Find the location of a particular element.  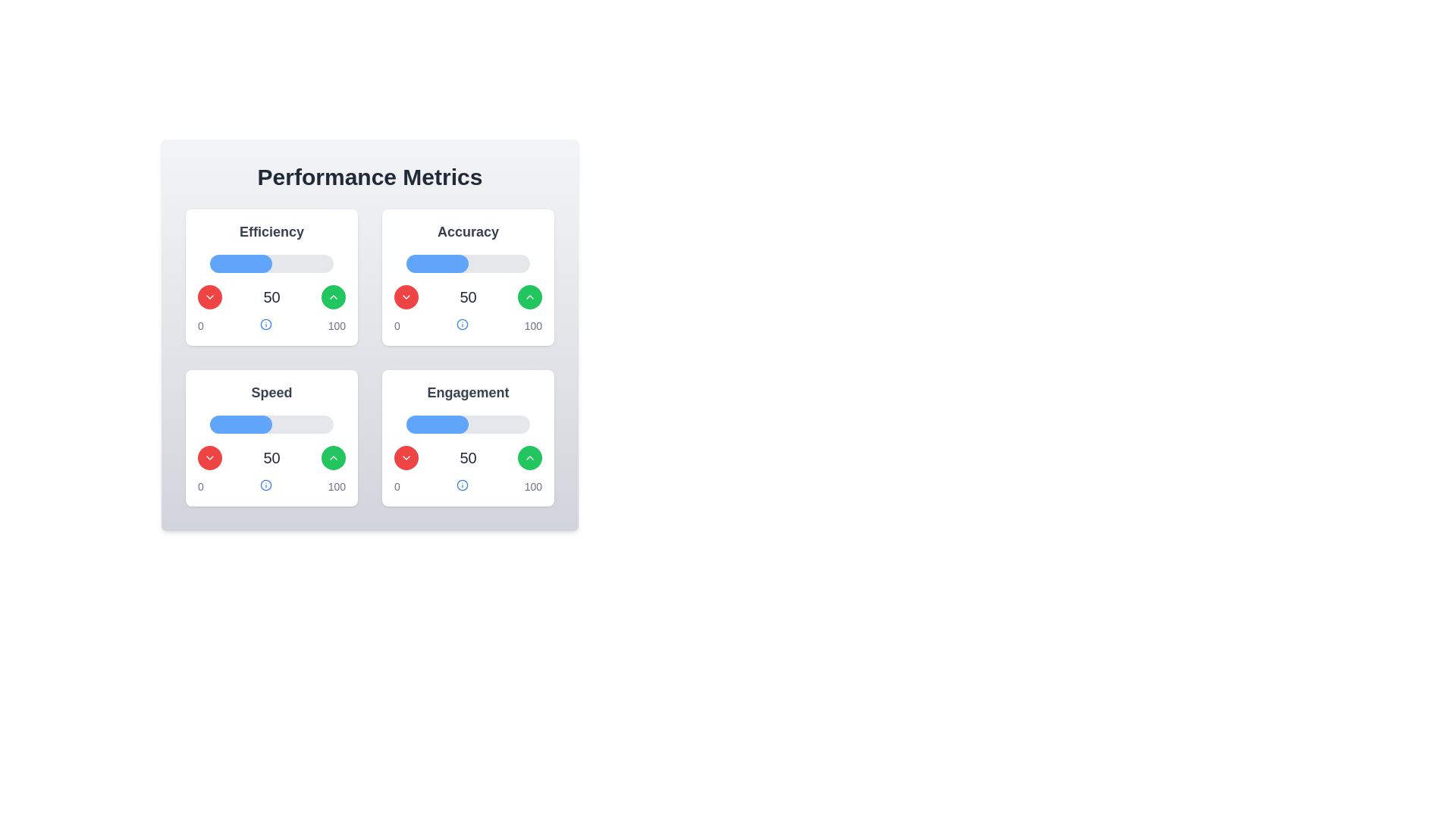

the text label displaying the score '50' for the Engagement metric is located at coordinates (467, 457).